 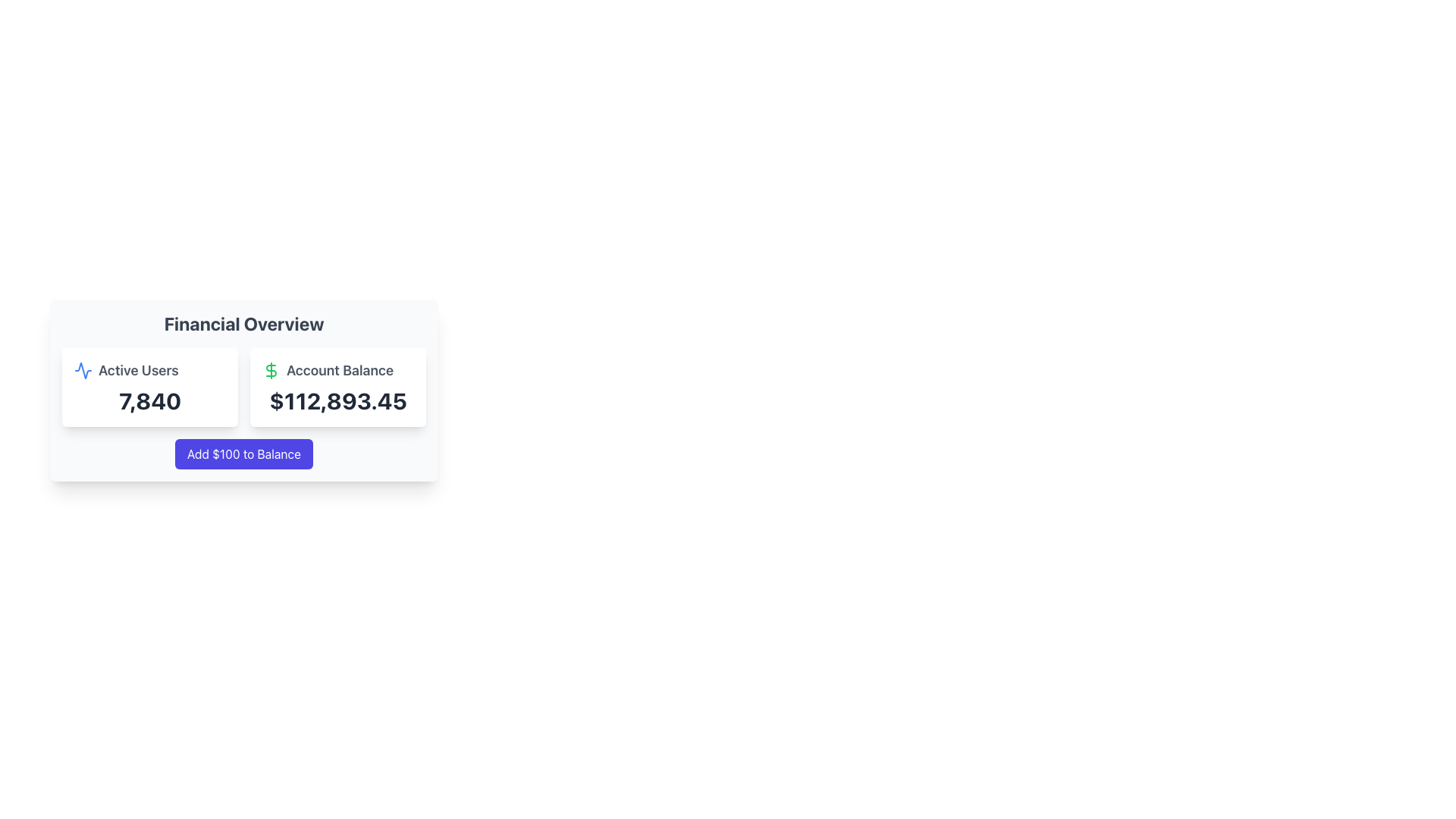 I want to click on the SVG graphical element representing data activity within the 'Active Users' card located in the financial overview section of the page, so click(x=83, y=371).